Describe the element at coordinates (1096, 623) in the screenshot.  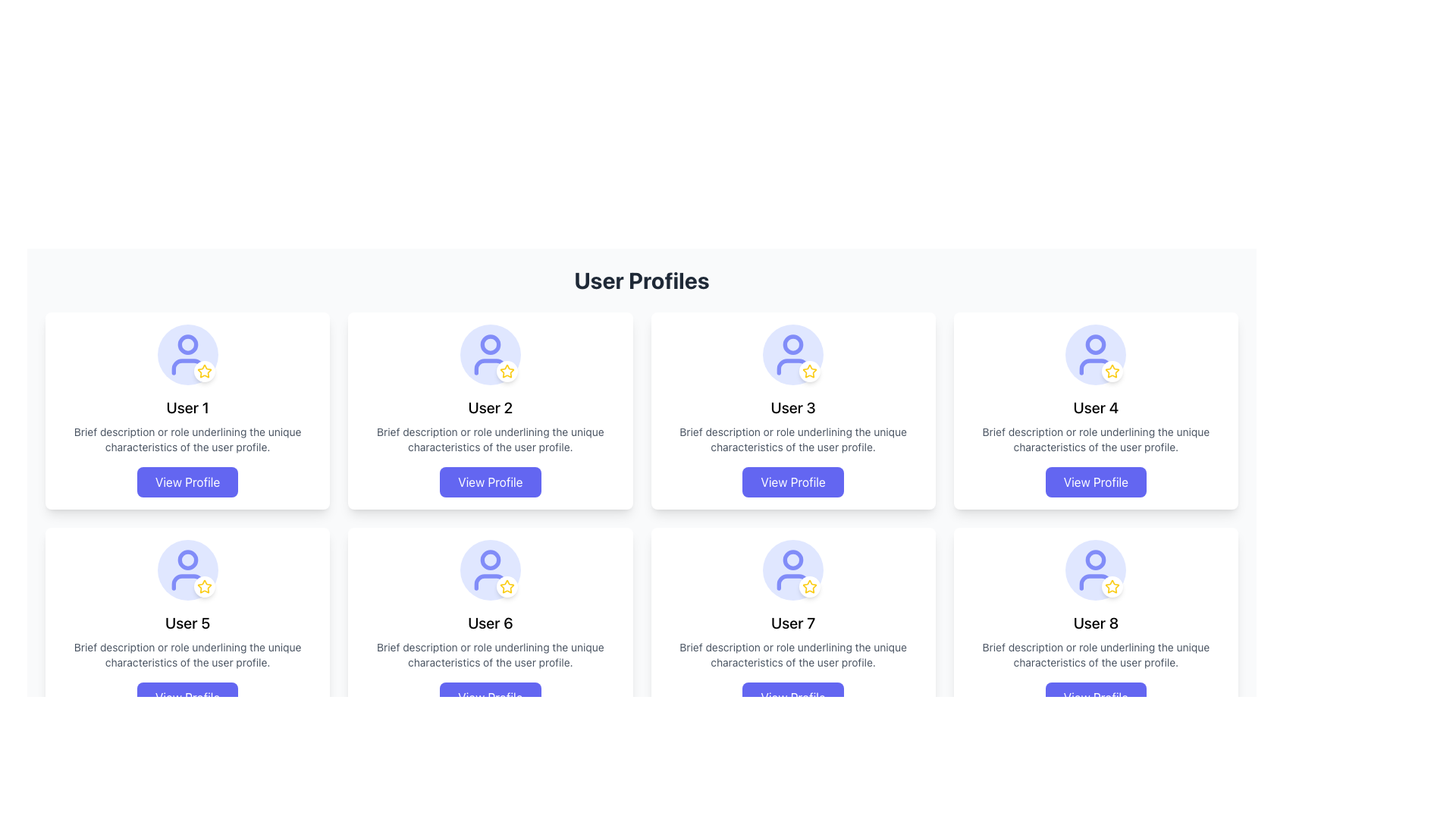
I see `the text label displaying the username for 'User 8' in the user profiles grid, located centrally near the top of the card` at that location.